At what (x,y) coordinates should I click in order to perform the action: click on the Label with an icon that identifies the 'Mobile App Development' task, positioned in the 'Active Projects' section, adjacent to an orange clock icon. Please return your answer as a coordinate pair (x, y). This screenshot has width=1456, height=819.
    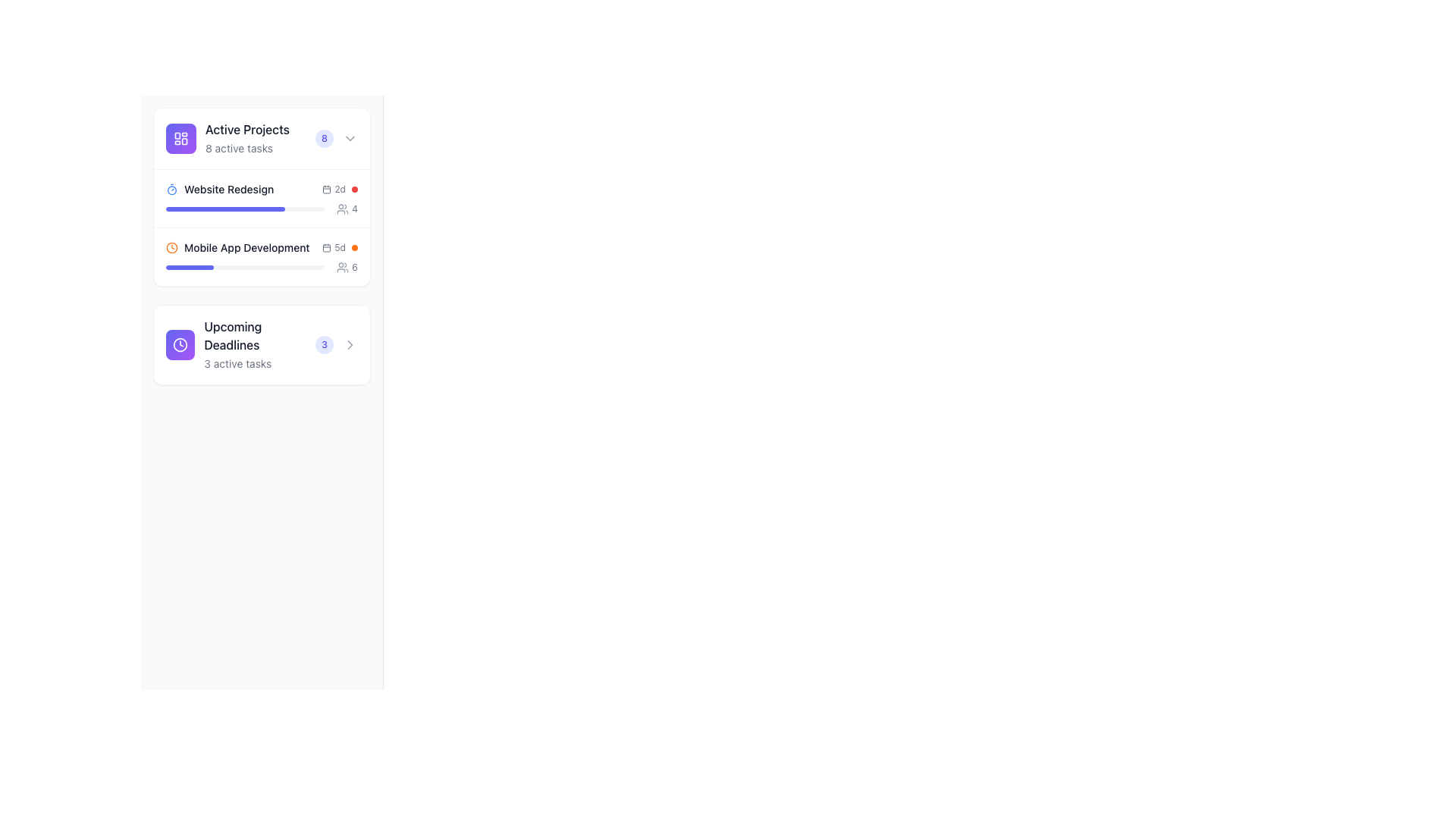
    Looking at the image, I should click on (237, 247).